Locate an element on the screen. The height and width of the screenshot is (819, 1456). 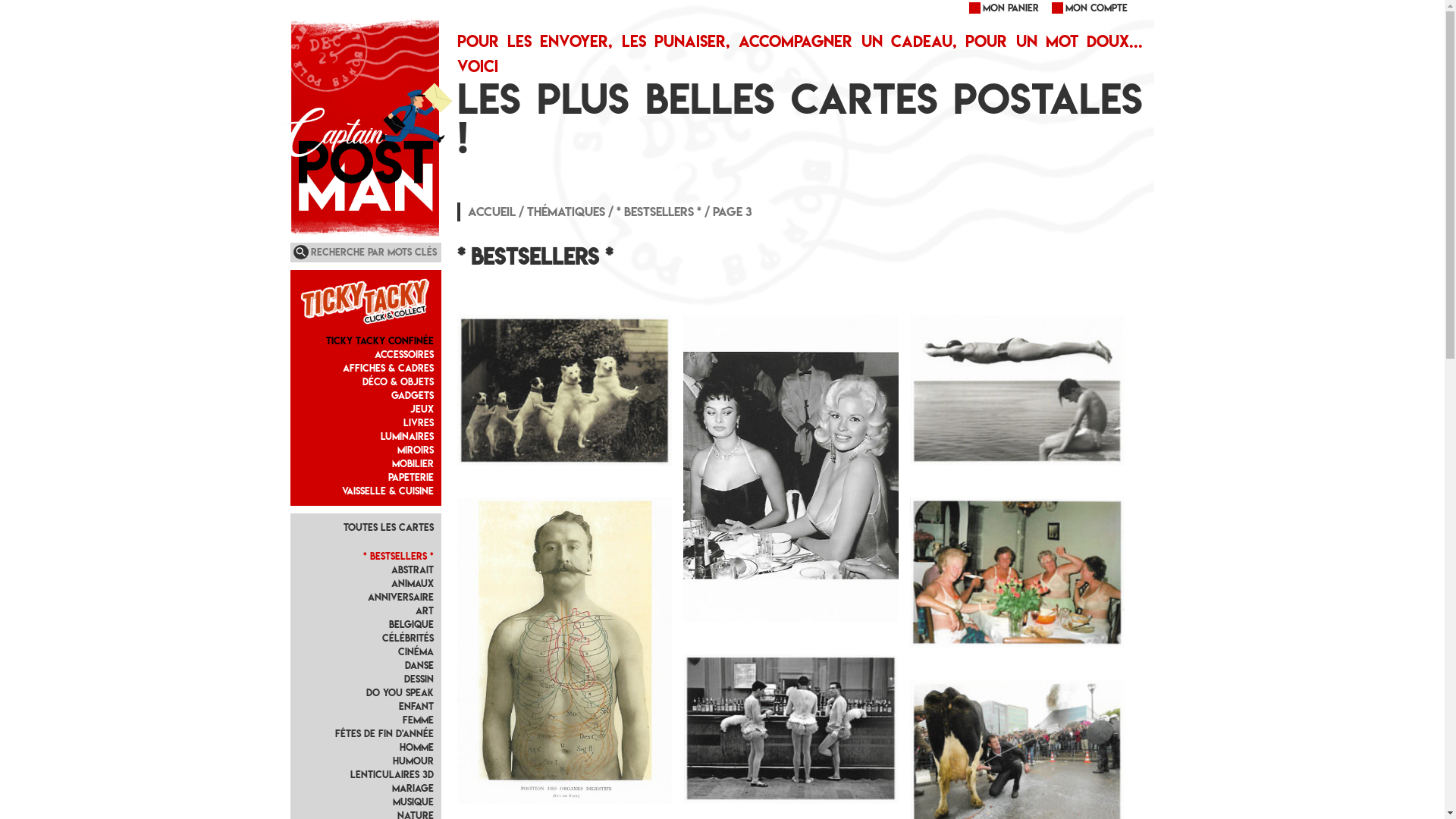
'Luminaires' is located at coordinates (407, 436).